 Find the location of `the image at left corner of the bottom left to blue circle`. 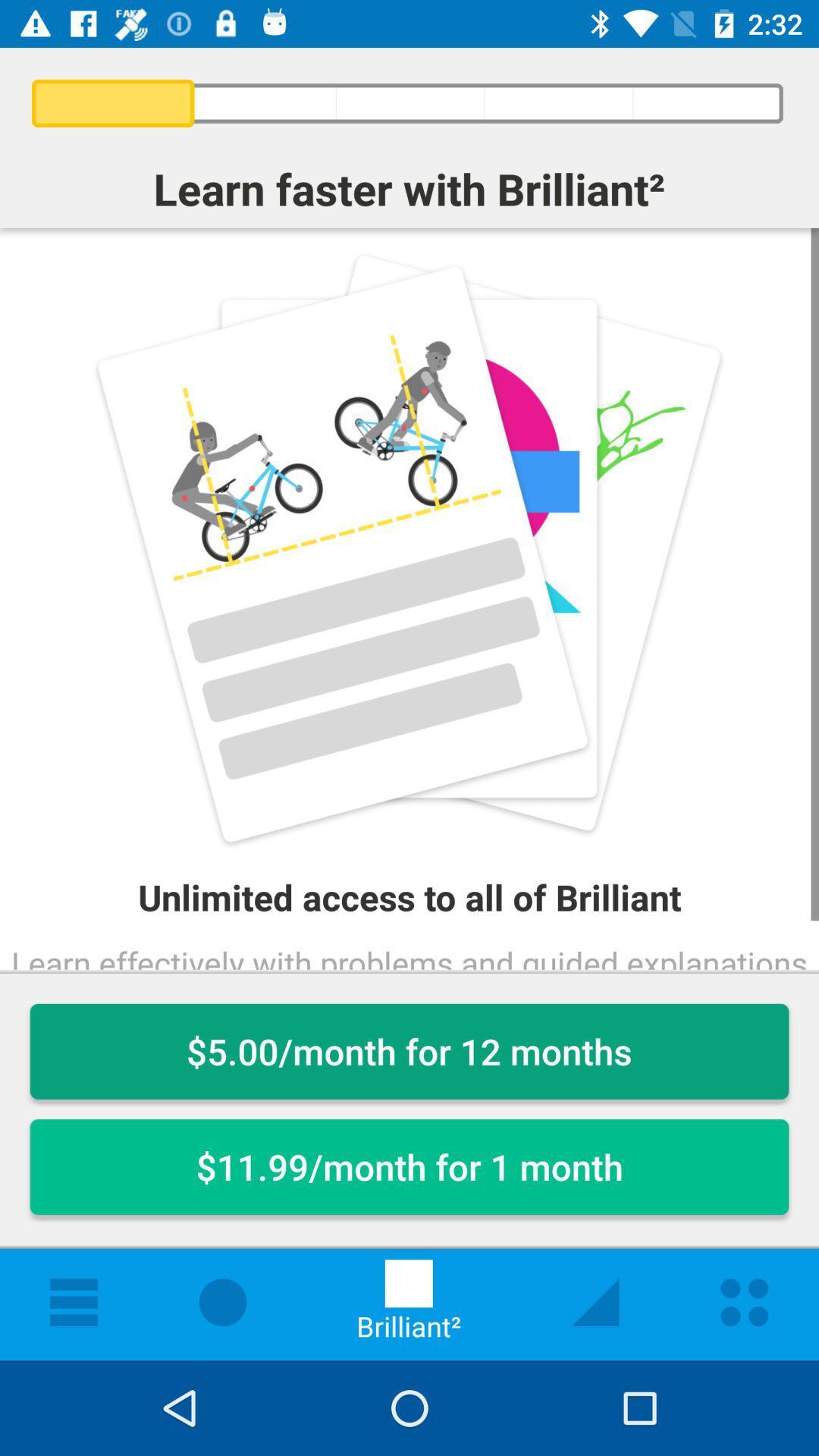

the image at left corner of the bottom left to blue circle is located at coordinates (74, 1301).